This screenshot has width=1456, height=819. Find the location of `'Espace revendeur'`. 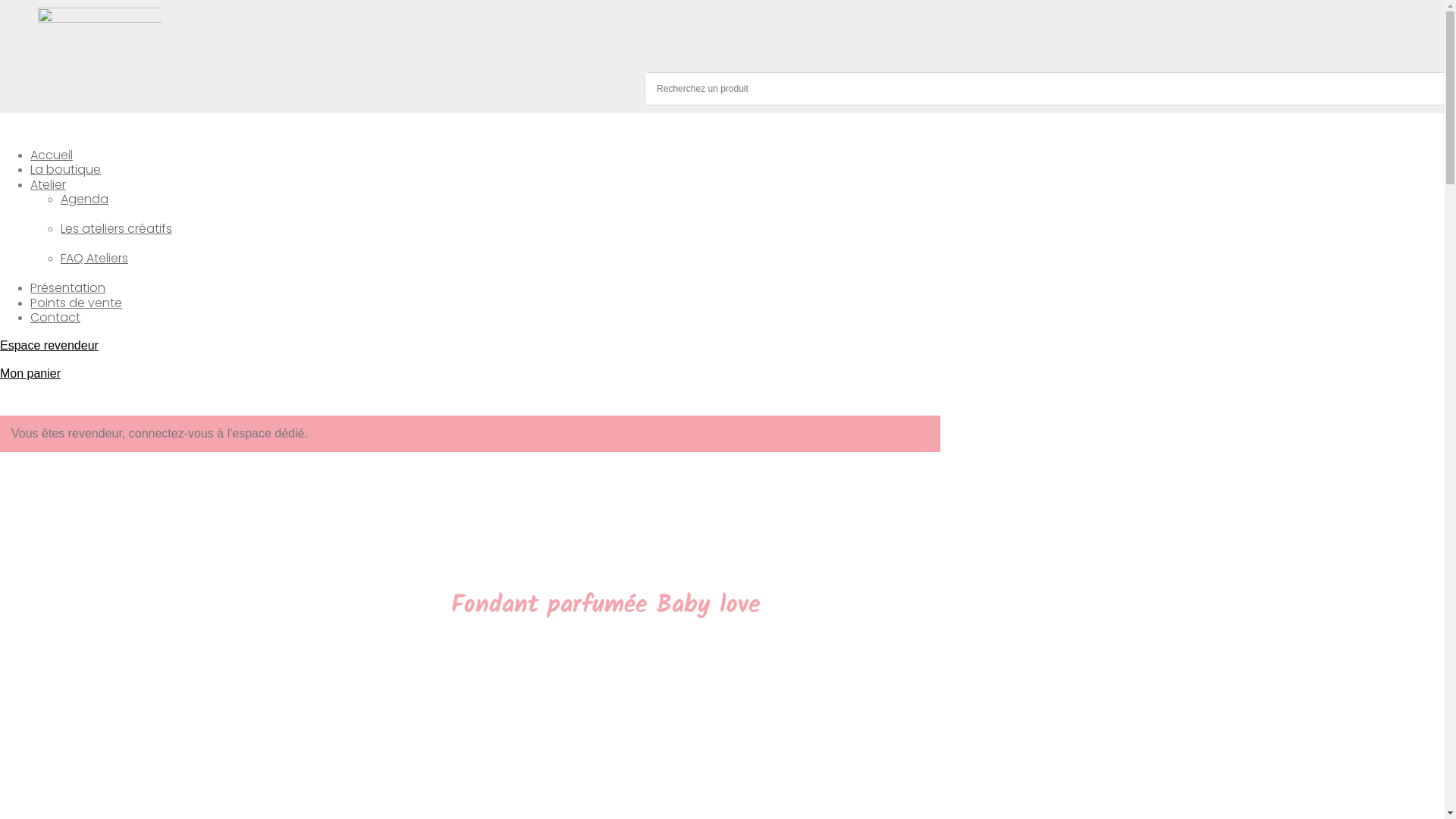

'Espace revendeur' is located at coordinates (49, 345).